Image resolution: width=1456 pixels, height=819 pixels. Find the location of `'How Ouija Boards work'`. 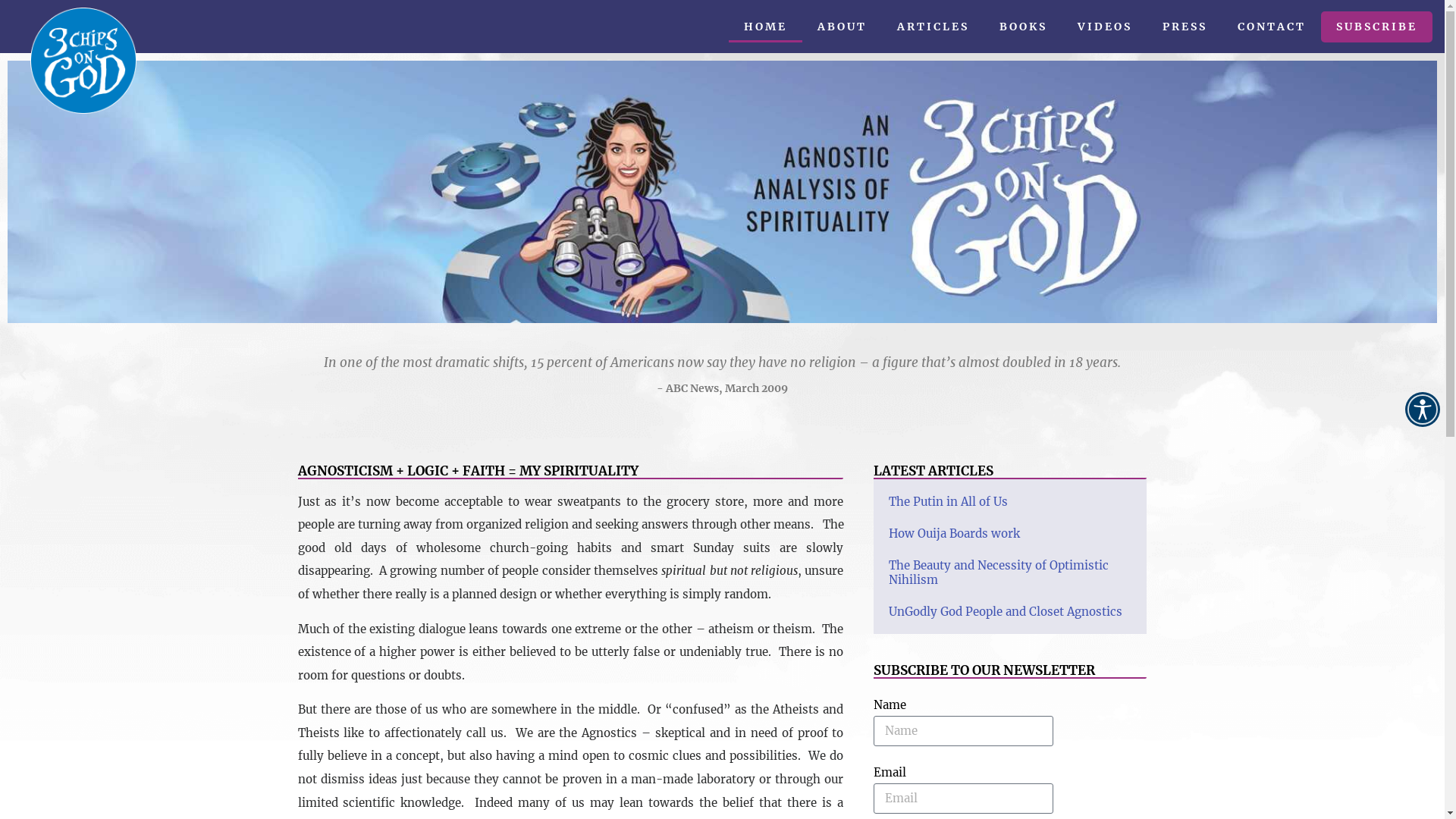

'How Ouija Boards work' is located at coordinates (953, 532).